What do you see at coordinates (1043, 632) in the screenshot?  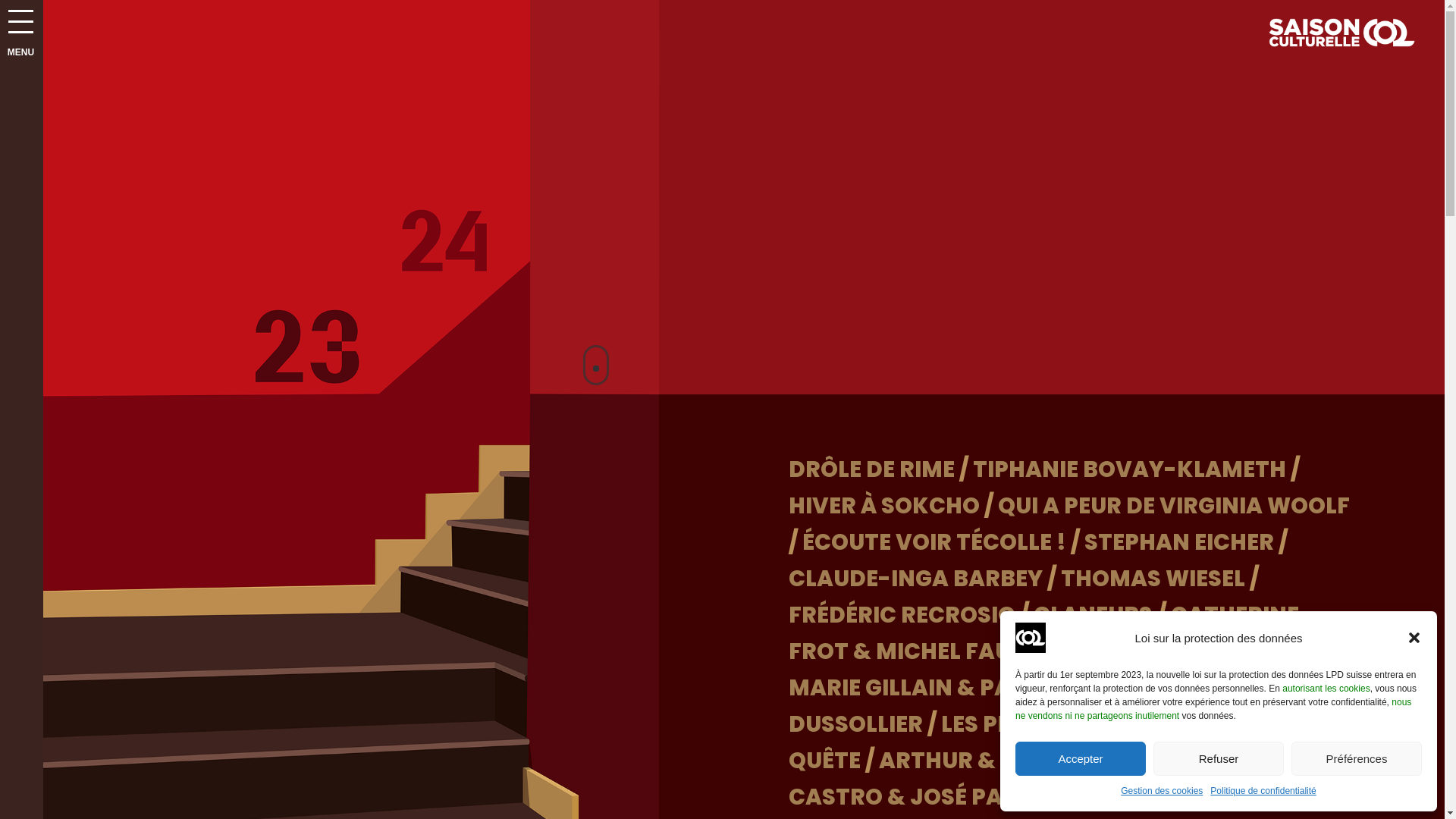 I see `'CATHERINE FROT & MICHEL FAU'` at bounding box center [1043, 632].